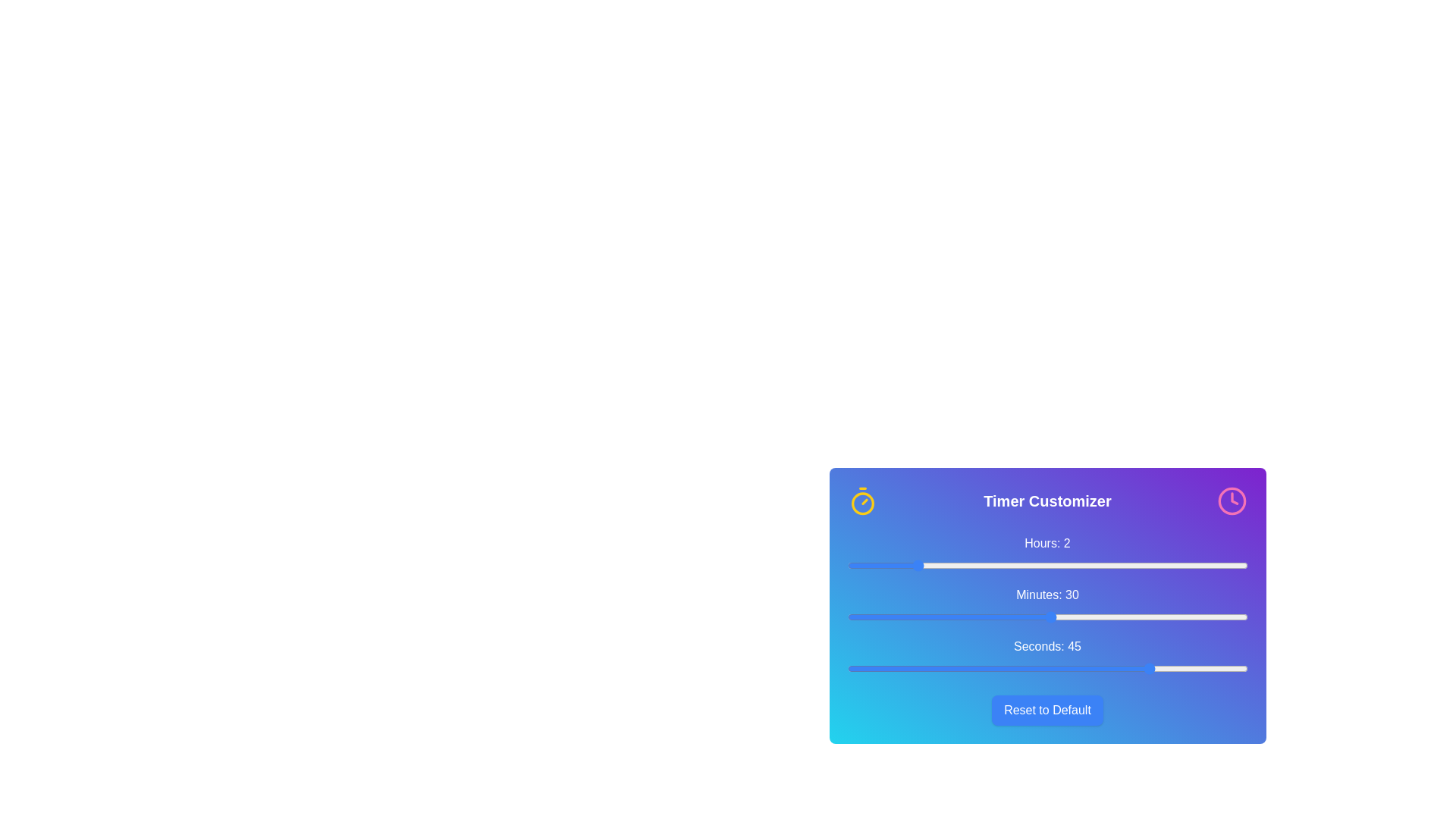  Describe the element at coordinates (868, 668) in the screenshot. I see `the 'seconds' slider to set the value to 3` at that location.